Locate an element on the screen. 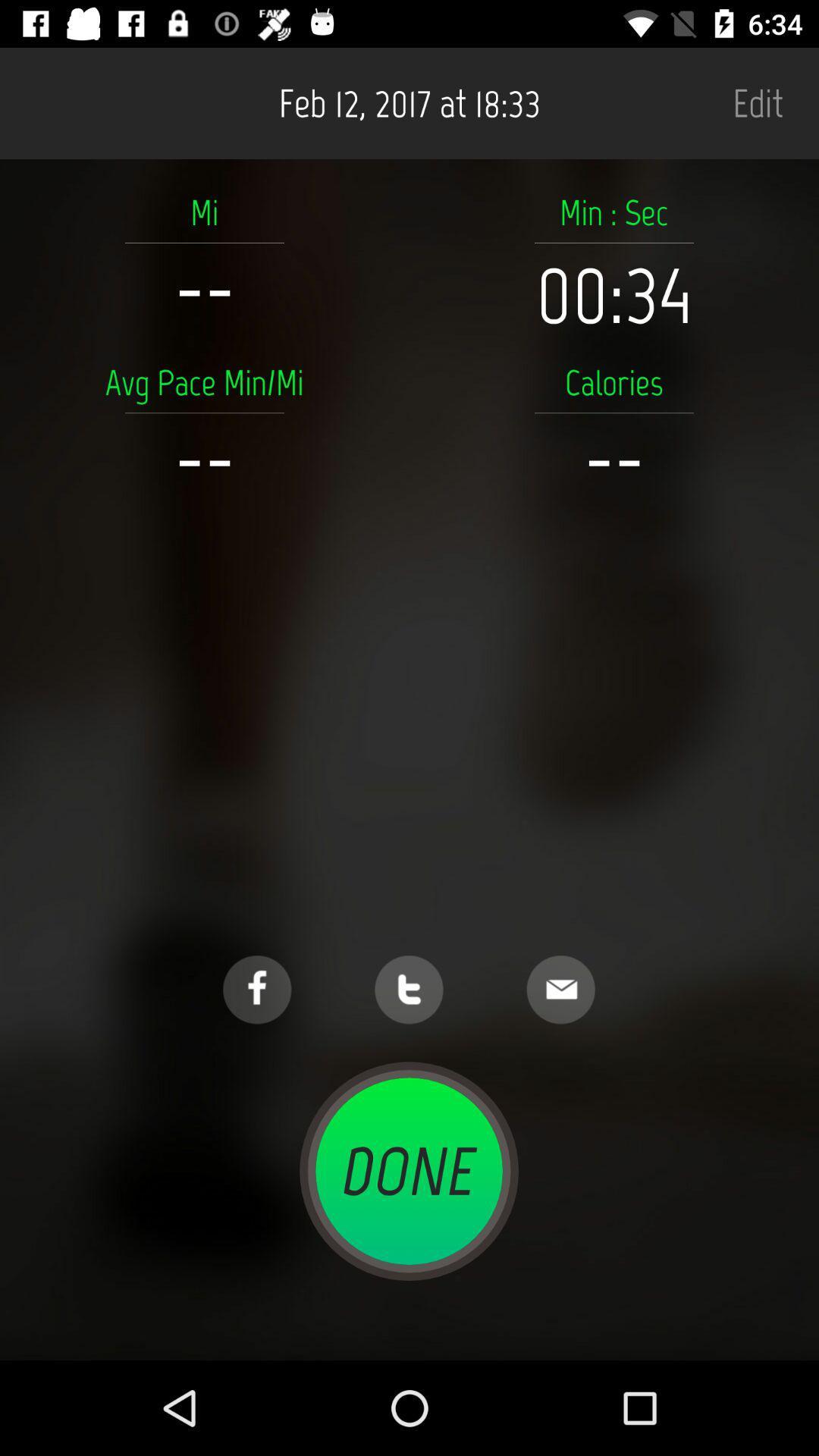 The image size is (819, 1456). the email icon is located at coordinates (560, 990).